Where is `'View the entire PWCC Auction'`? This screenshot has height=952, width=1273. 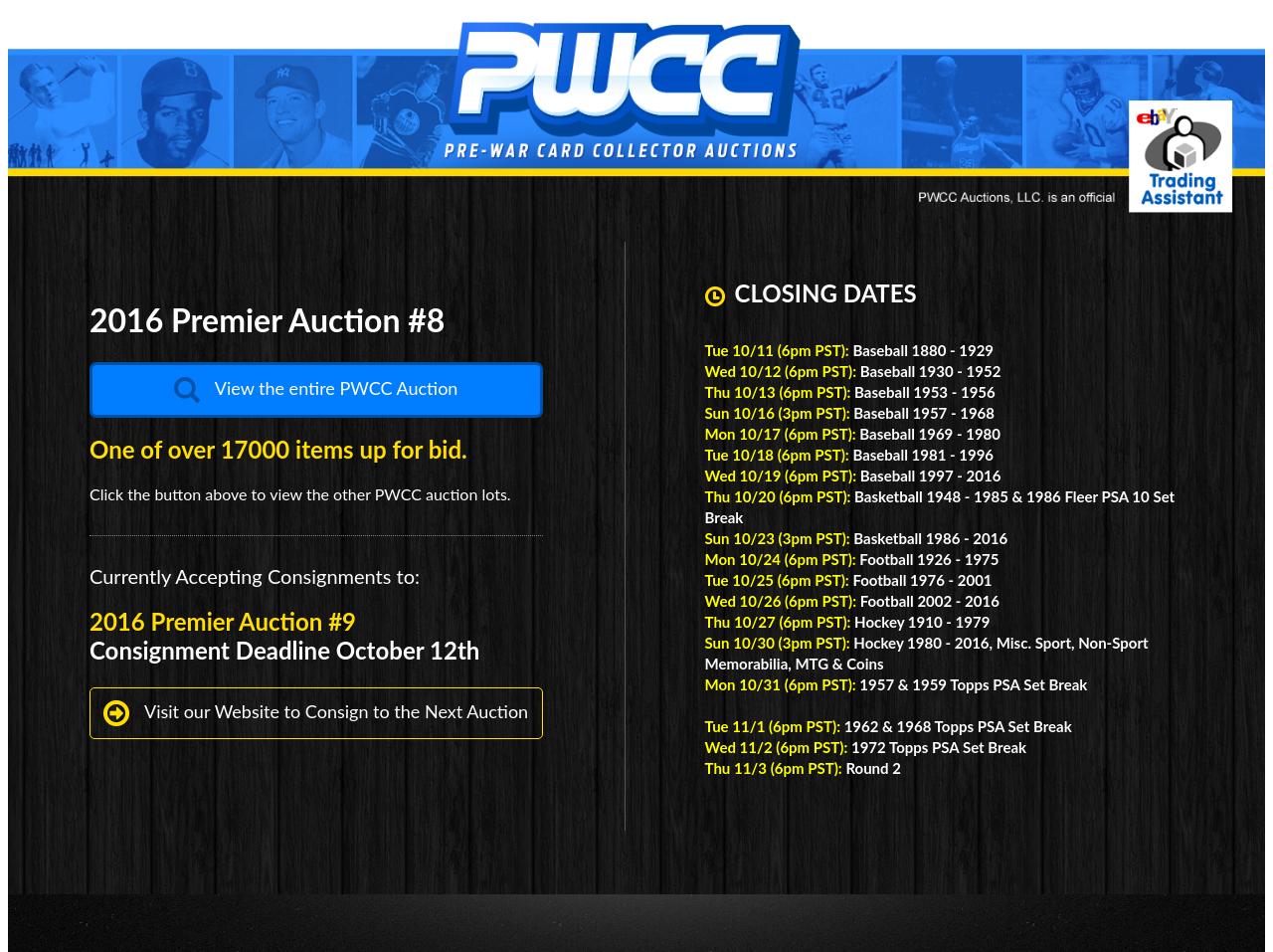 'View the entire PWCC Auction' is located at coordinates (335, 388).